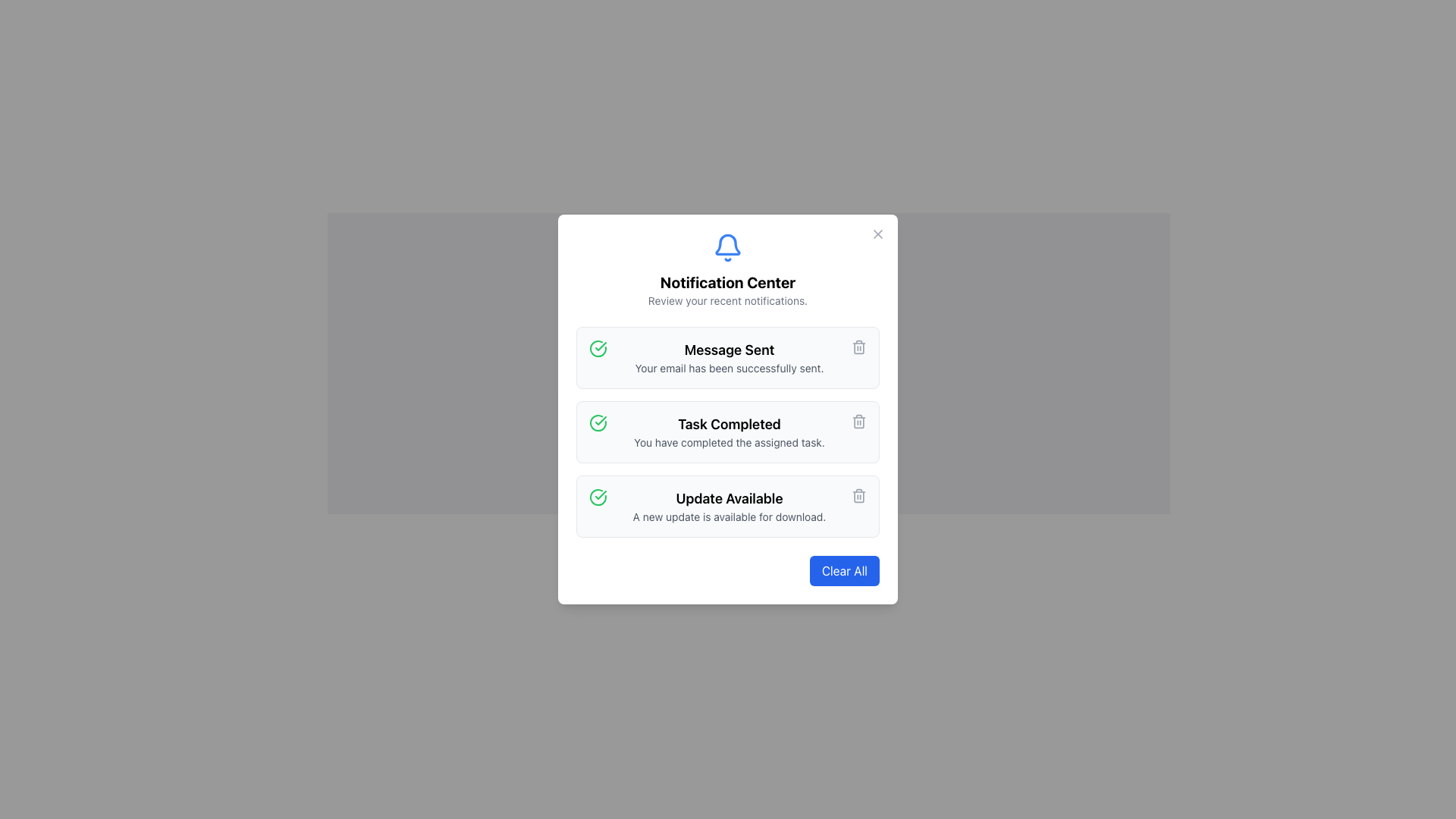 This screenshot has width=1456, height=819. I want to click on text label displaying 'A new update is available for download.' located underneath the 'Update Available' header in the notification card, so click(729, 516).